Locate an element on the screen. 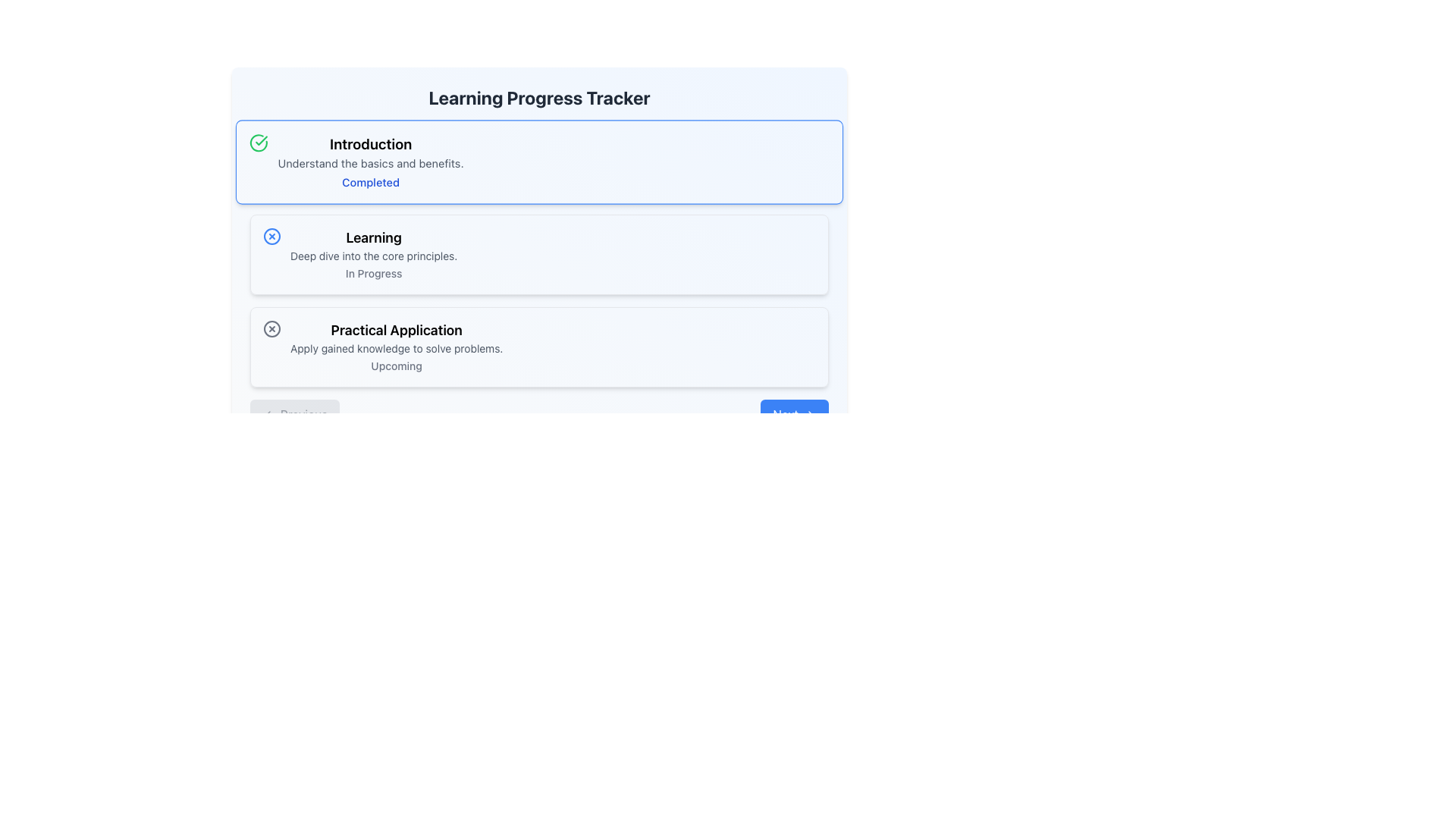  the SVG graphic, specifically a circle containing a cross symbol, which indicates an error or incomplete state, located to the left of the text 'Practical Application' is located at coordinates (272, 328).